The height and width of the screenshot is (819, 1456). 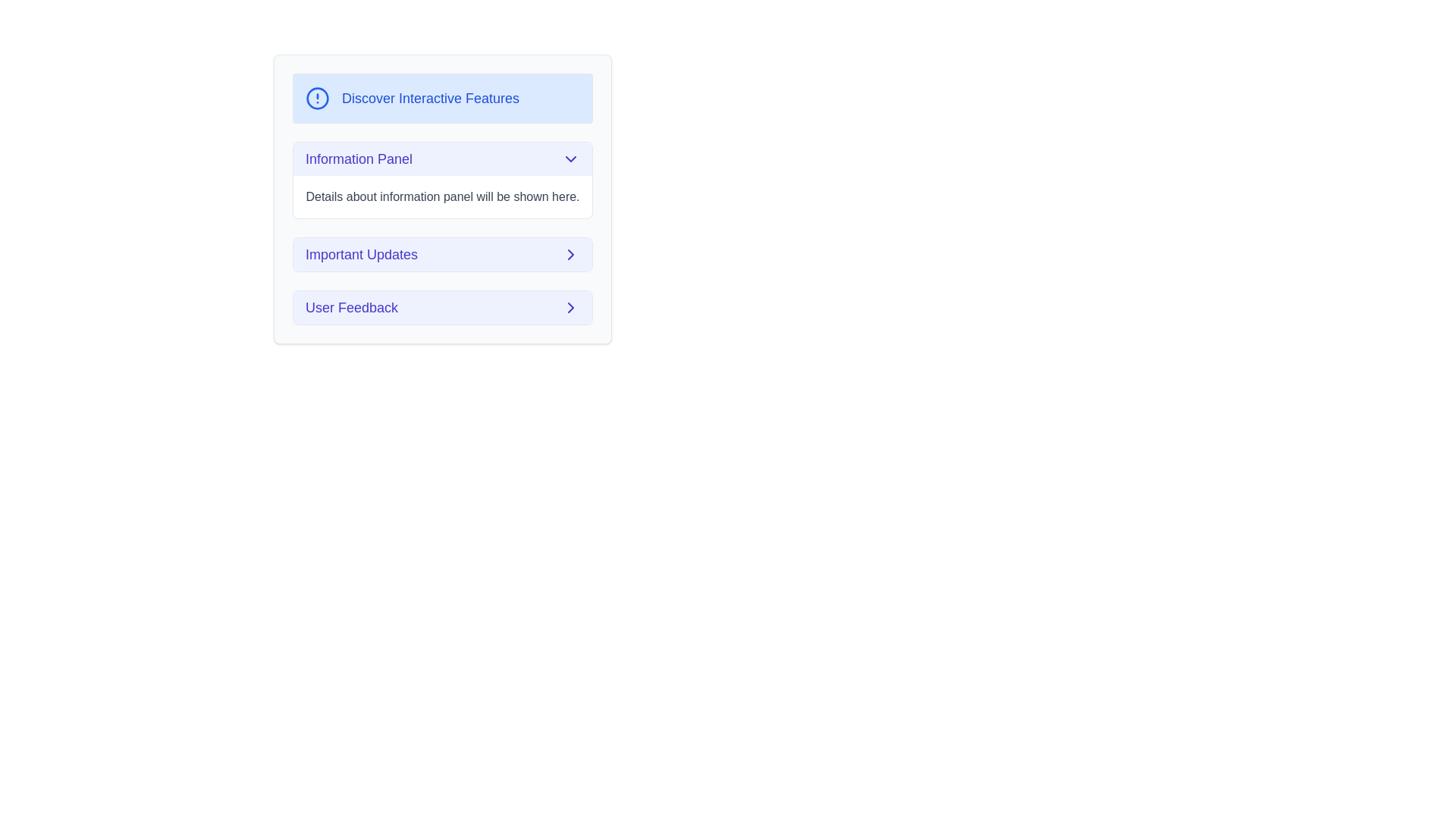 I want to click on the Header text located at the topmost position of the outlined grouped section with a light-blue background to gain information about the section below, so click(x=430, y=99).